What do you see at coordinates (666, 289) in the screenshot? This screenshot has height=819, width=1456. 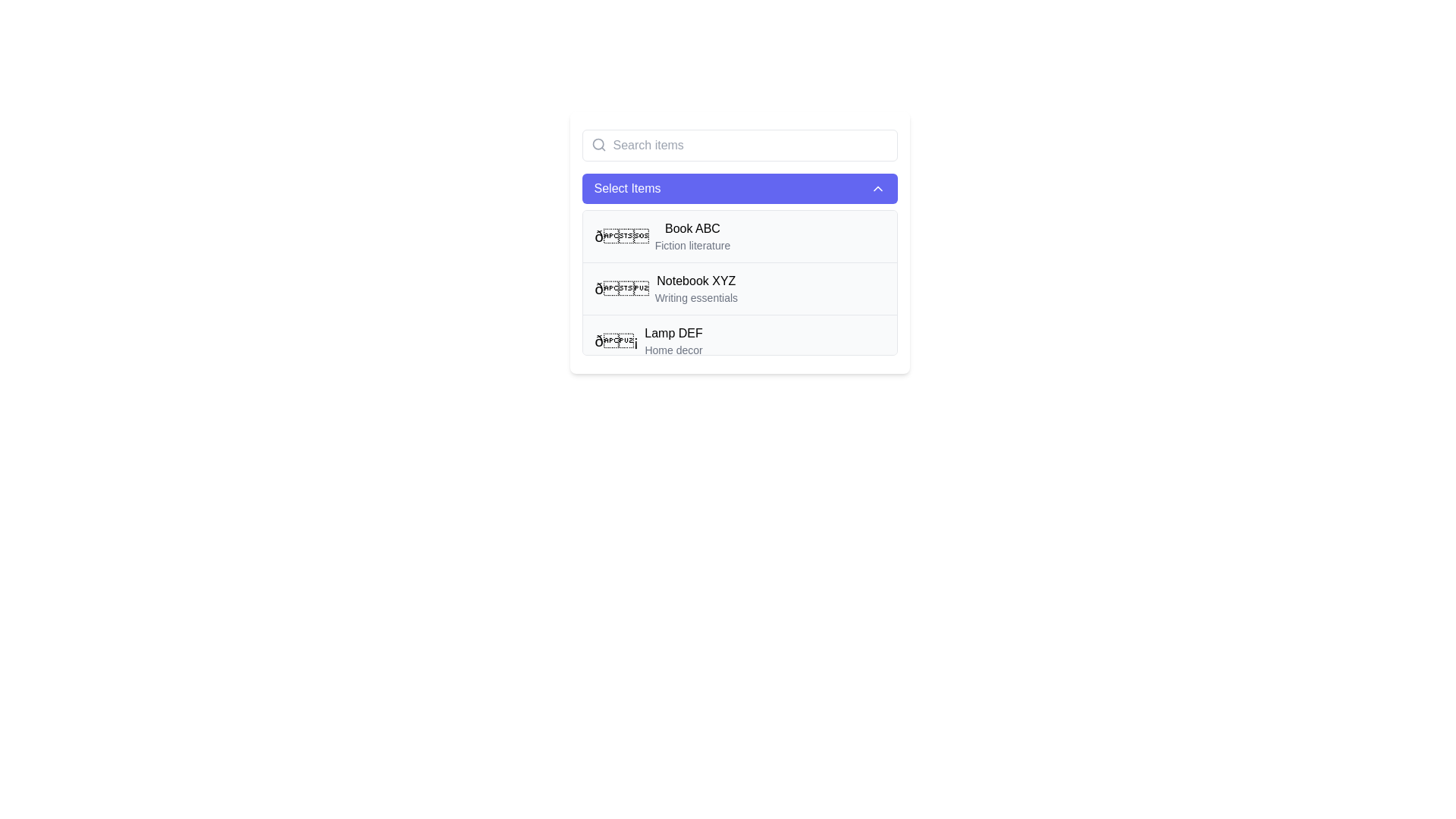 I see `the selectable list item titled 'Notebook XYZ' with a notebook emoji, located in the second row of the dropdown menu` at bounding box center [666, 289].